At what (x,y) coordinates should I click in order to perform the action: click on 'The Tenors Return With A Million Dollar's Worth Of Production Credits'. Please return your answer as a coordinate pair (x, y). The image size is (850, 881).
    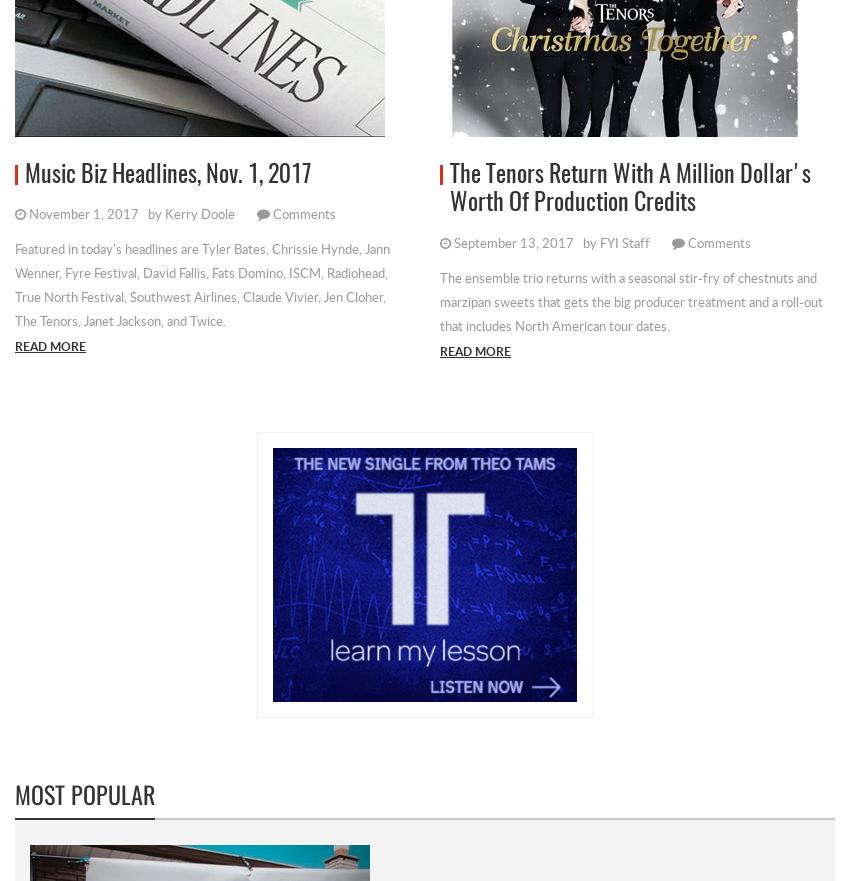
    Looking at the image, I should click on (629, 189).